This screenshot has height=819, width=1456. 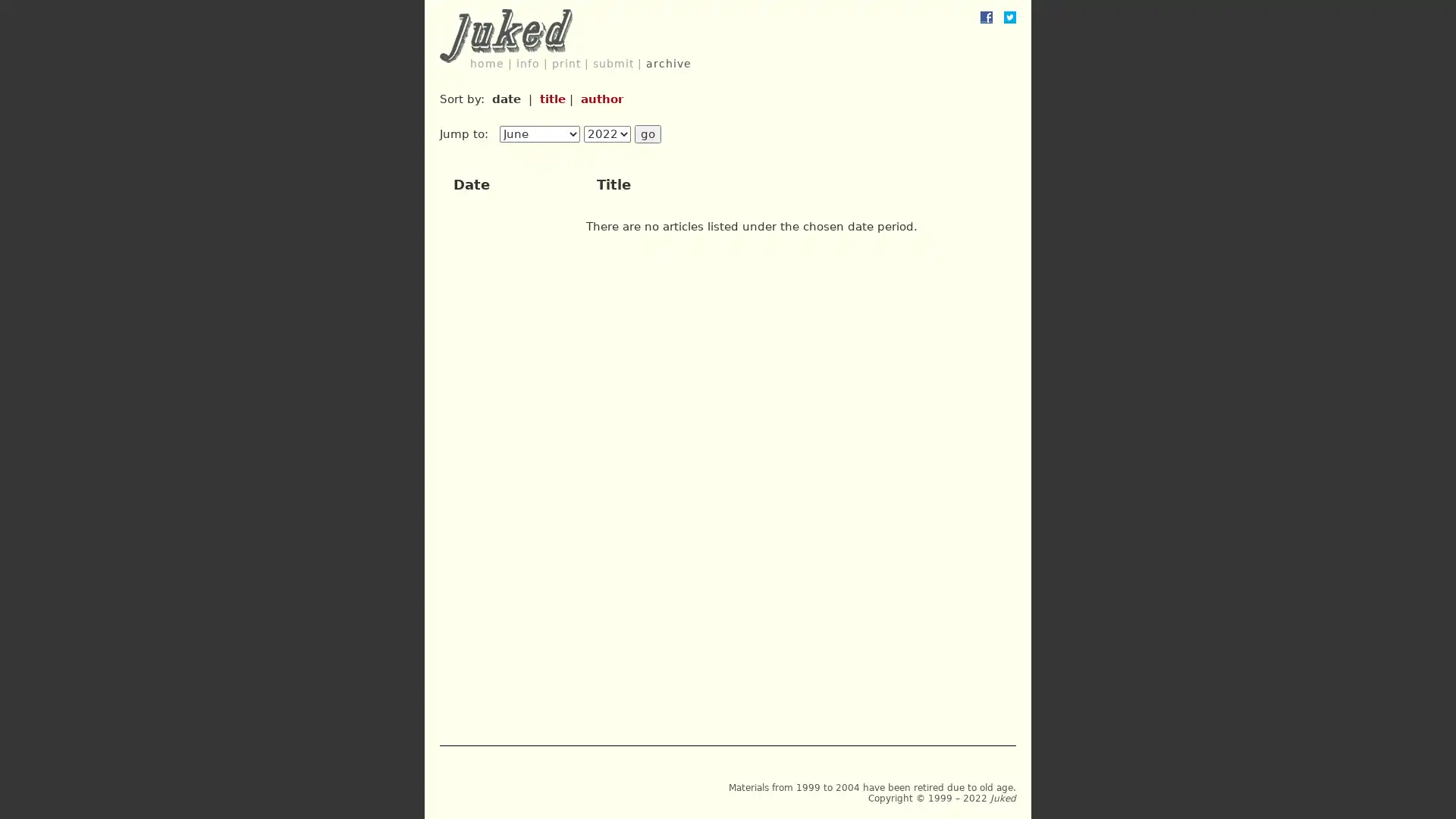 What do you see at coordinates (648, 133) in the screenshot?
I see `go` at bounding box center [648, 133].